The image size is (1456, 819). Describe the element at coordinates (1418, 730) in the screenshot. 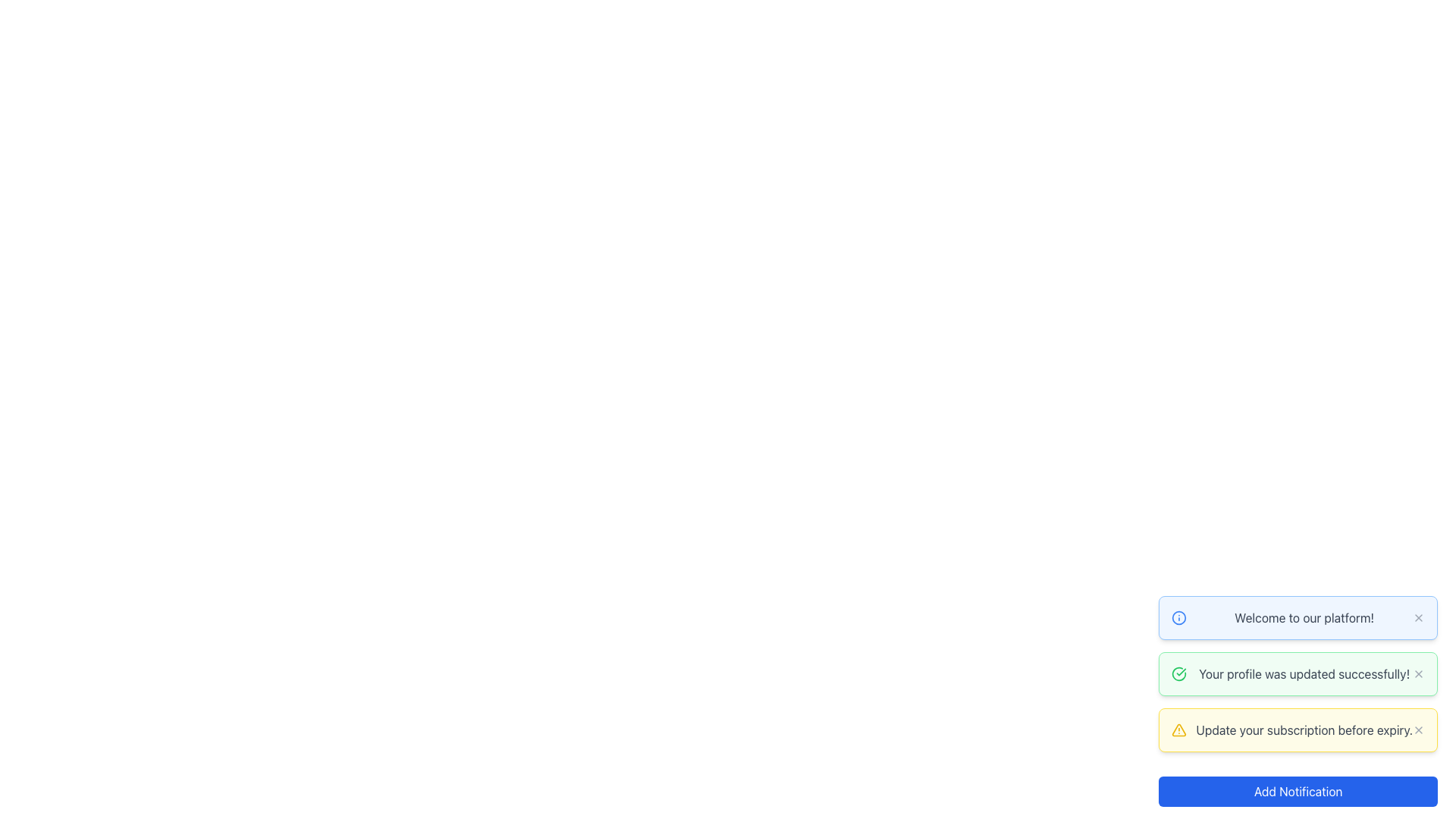

I see `the dismiss button located in the top-right section of the notification bar` at that location.